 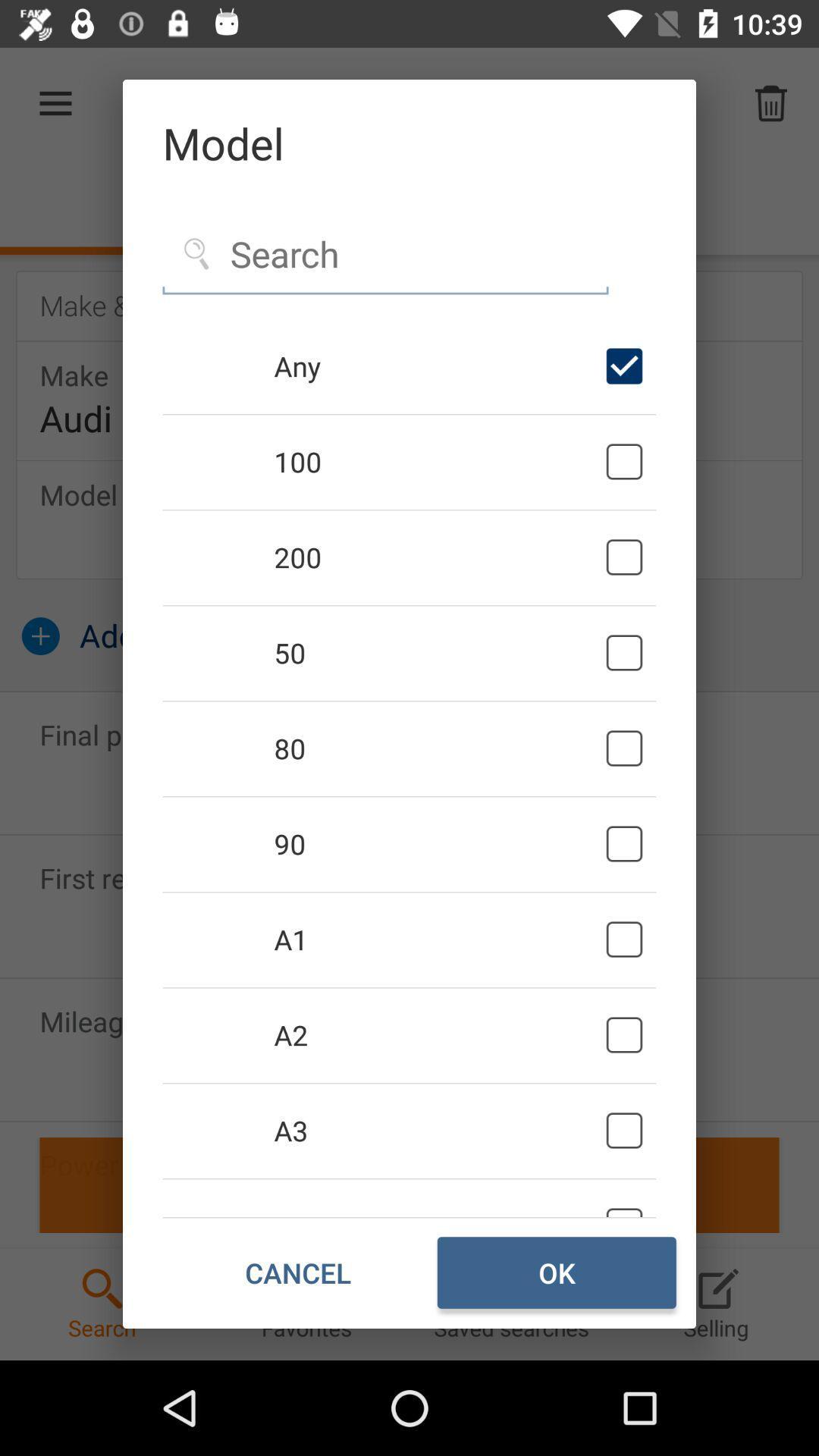 I want to click on icon below the 80 icon, so click(x=437, y=843).